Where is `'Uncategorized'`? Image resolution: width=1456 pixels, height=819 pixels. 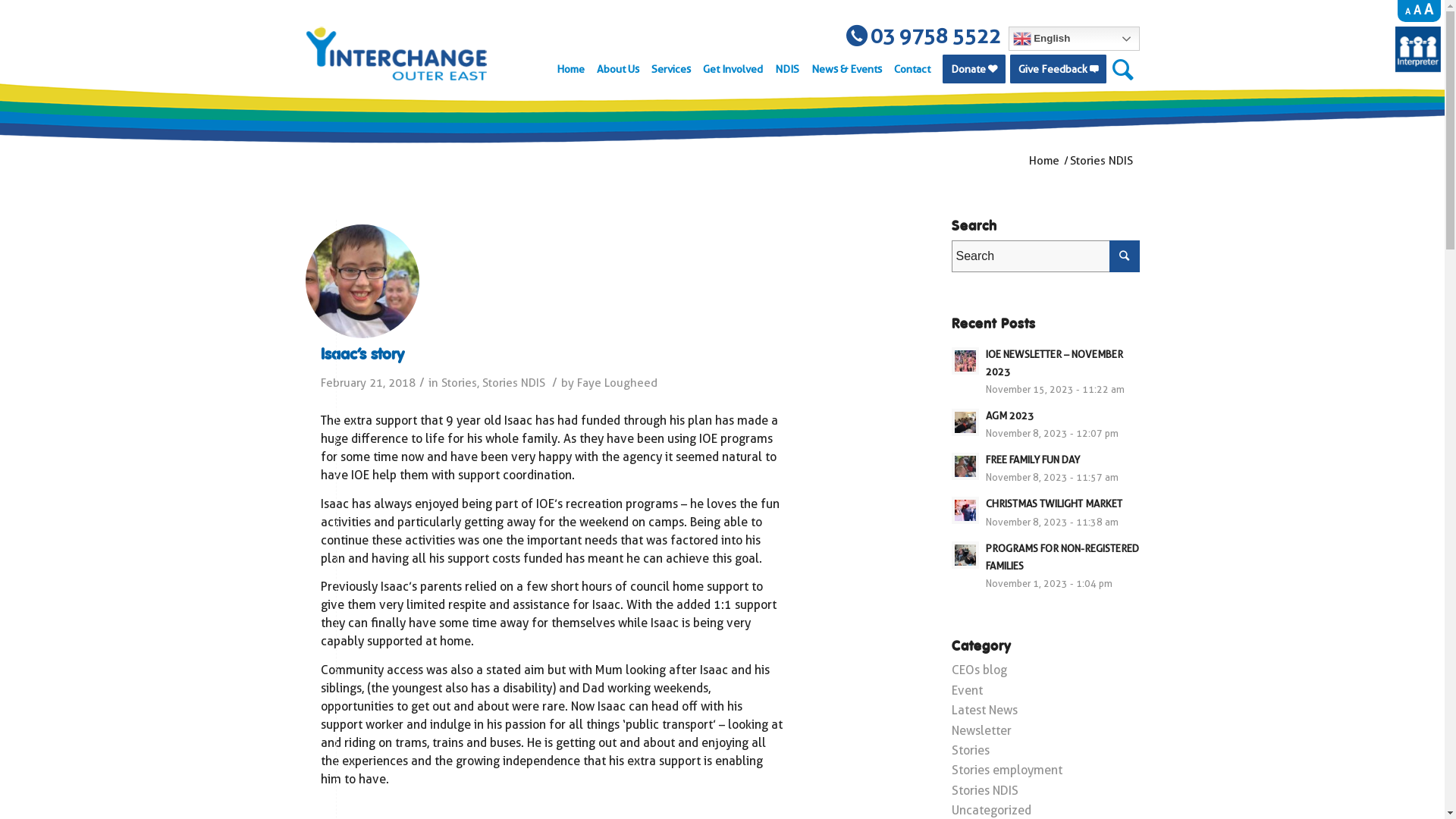 'Uncategorized' is located at coordinates (990, 809).